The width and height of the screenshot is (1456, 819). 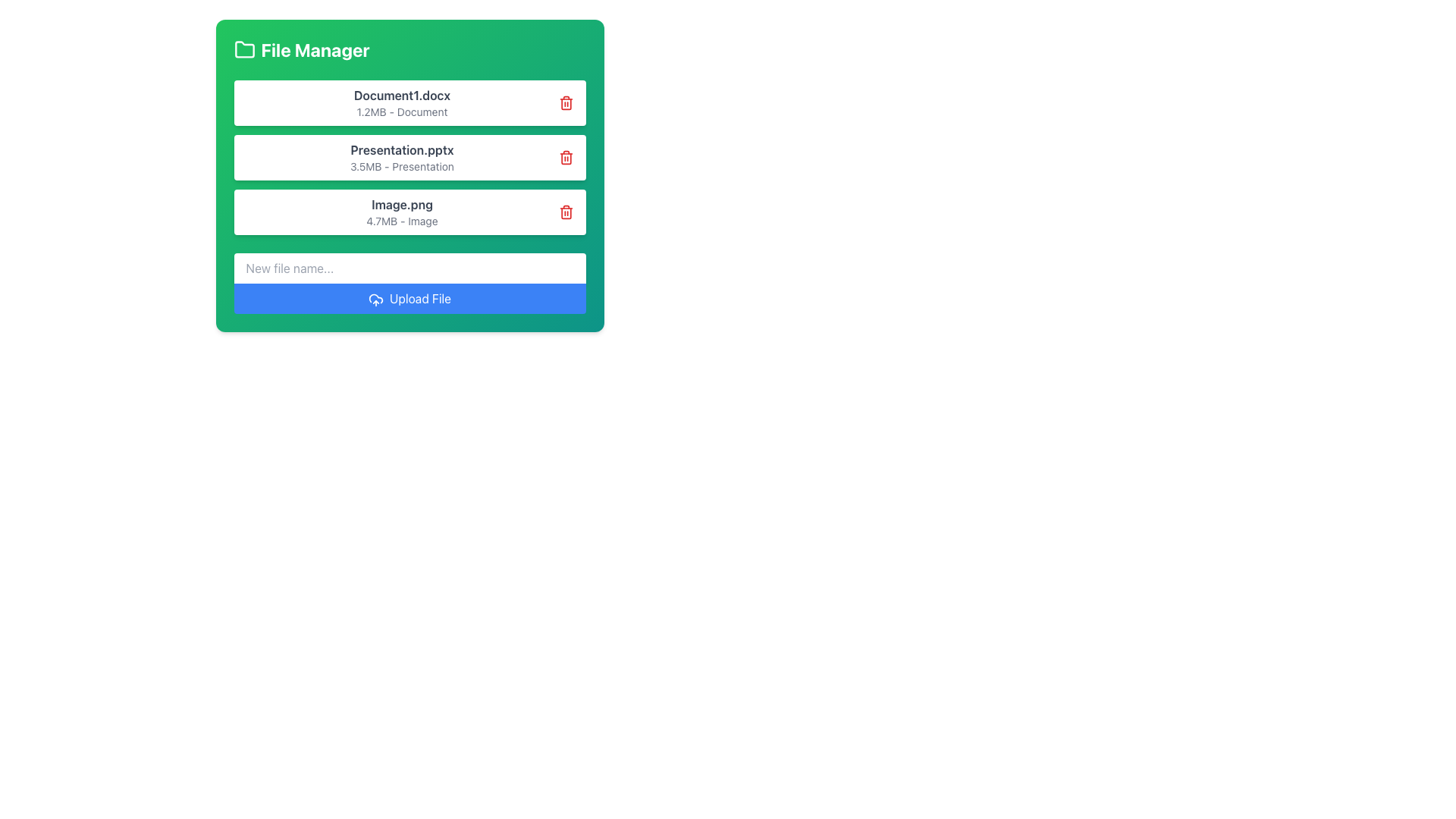 I want to click on the second file entry in the list, which is a representation of a file listing displaying its name and details, so click(x=409, y=158).